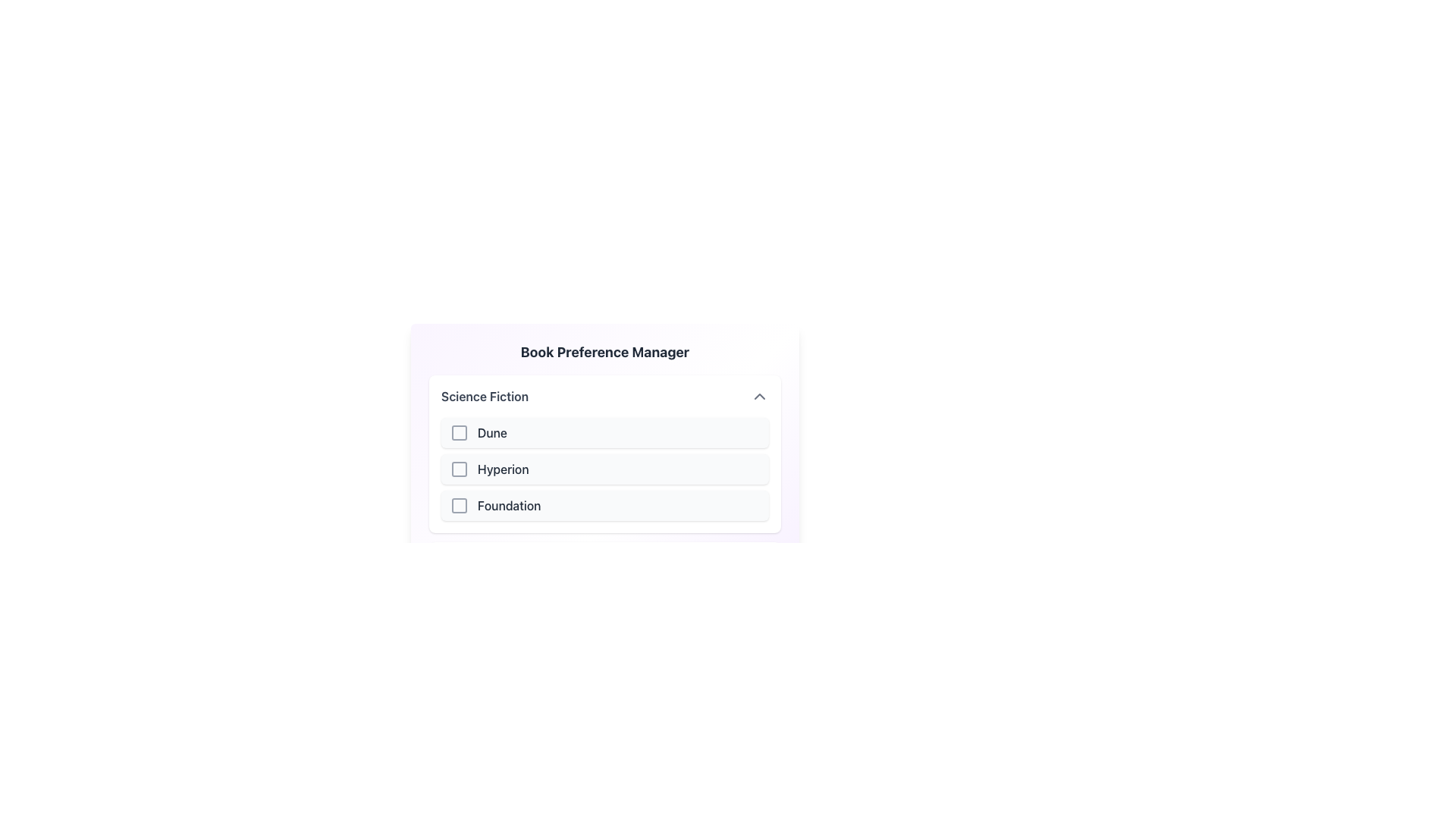 The height and width of the screenshot is (819, 1456). What do you see at coordinates (484, 396) in the screenshot?
I see `the 'Science Fiction' text label, which is styled with medium font weight and gray tone, located at the top of a list section` at bounding box center [484, 396].